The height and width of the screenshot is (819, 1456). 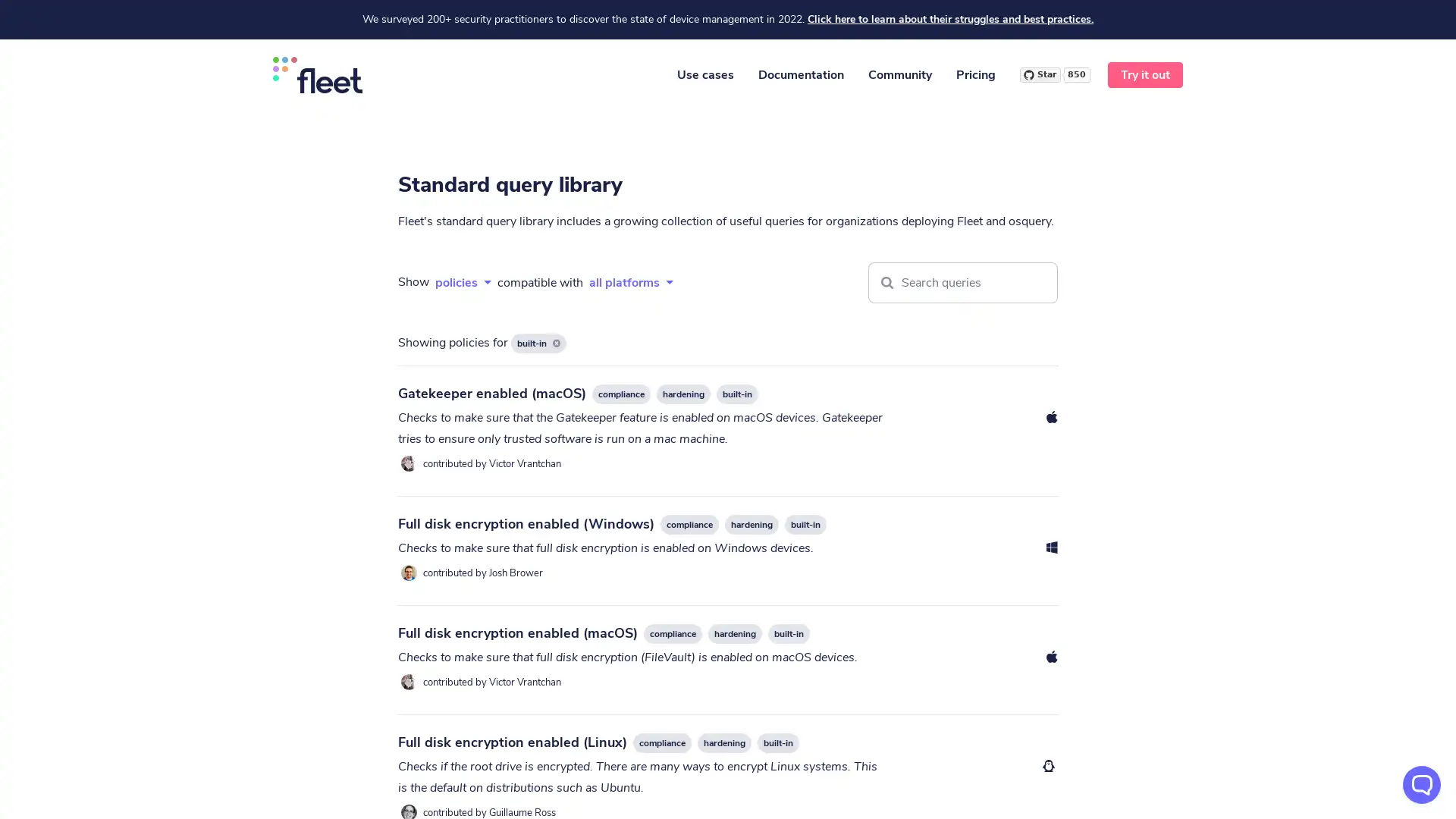 I want to click on Open chat widget, so click(x=1421, y=784).